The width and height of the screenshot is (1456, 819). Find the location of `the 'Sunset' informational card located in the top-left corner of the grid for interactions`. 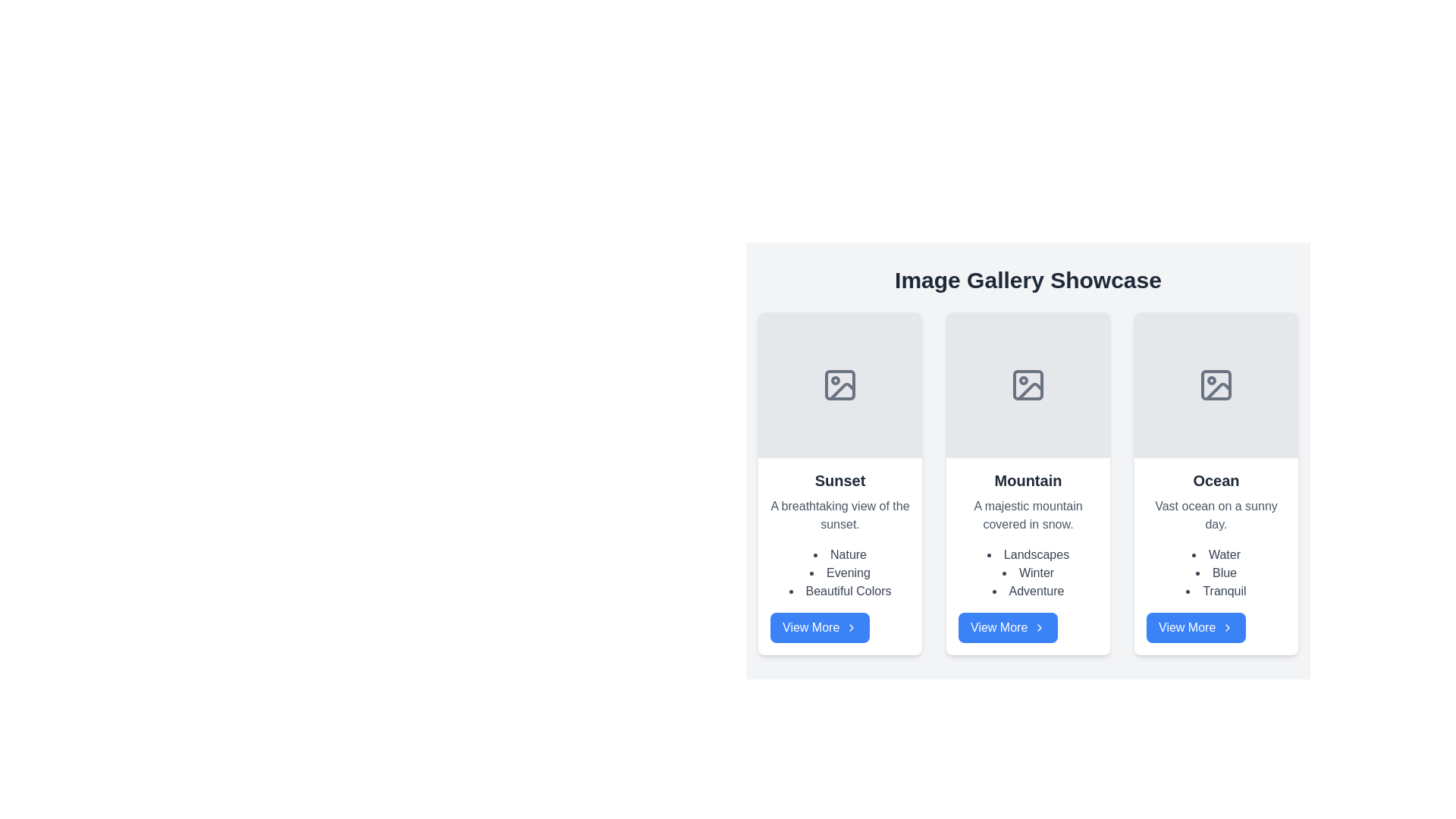

the 'Sunset' informational card located in the top-left corner of the grid for interactions is located at coordinates (839, 483).